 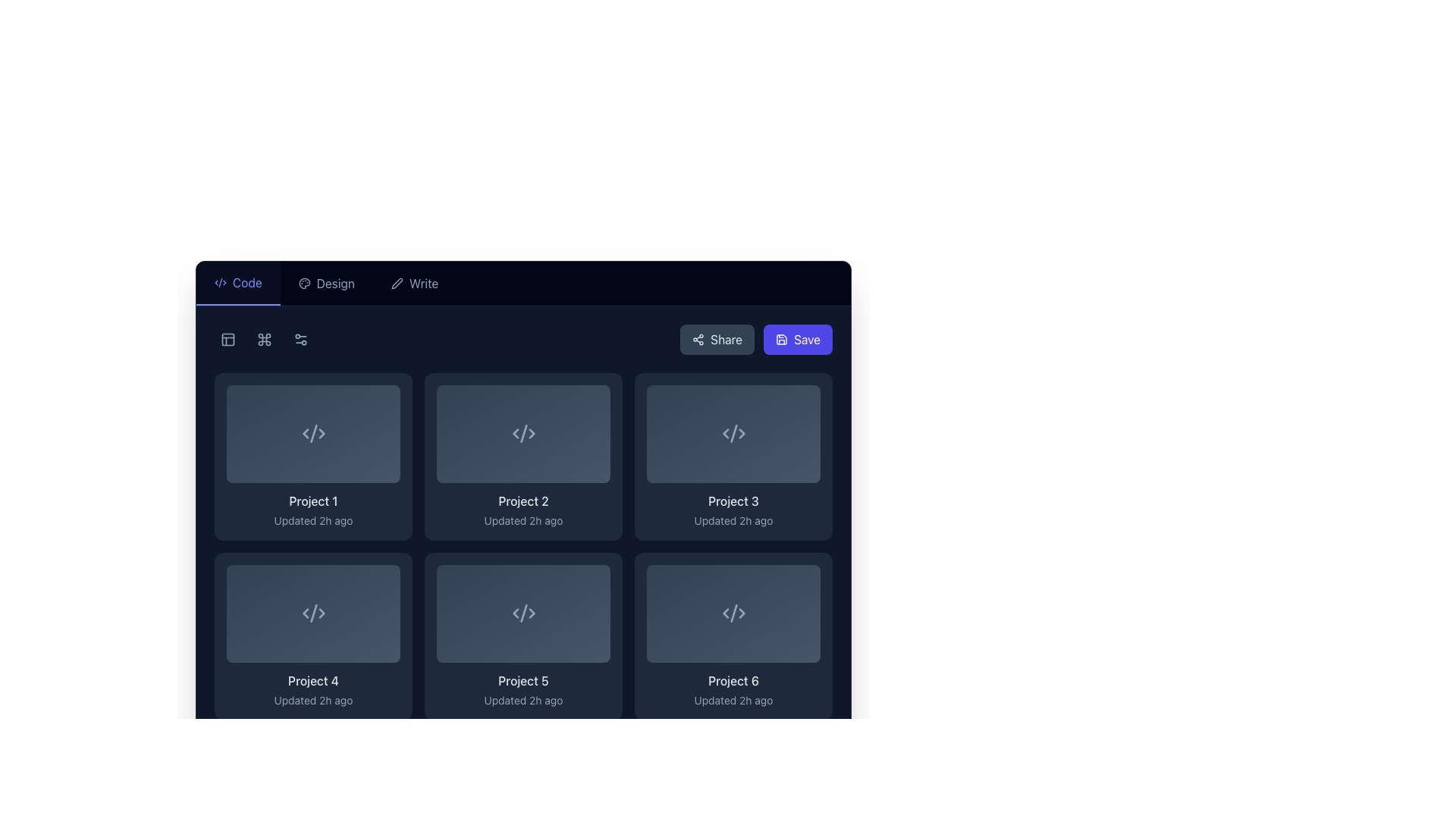 What do you see at coordinates (698, 338) in the screenshot?
I see `the 'Share' icon located in the upper-right section of the interface, adjacent to the 'Save' button, to interact with the 'Share' button functionality` at bounding box center [698, 338].